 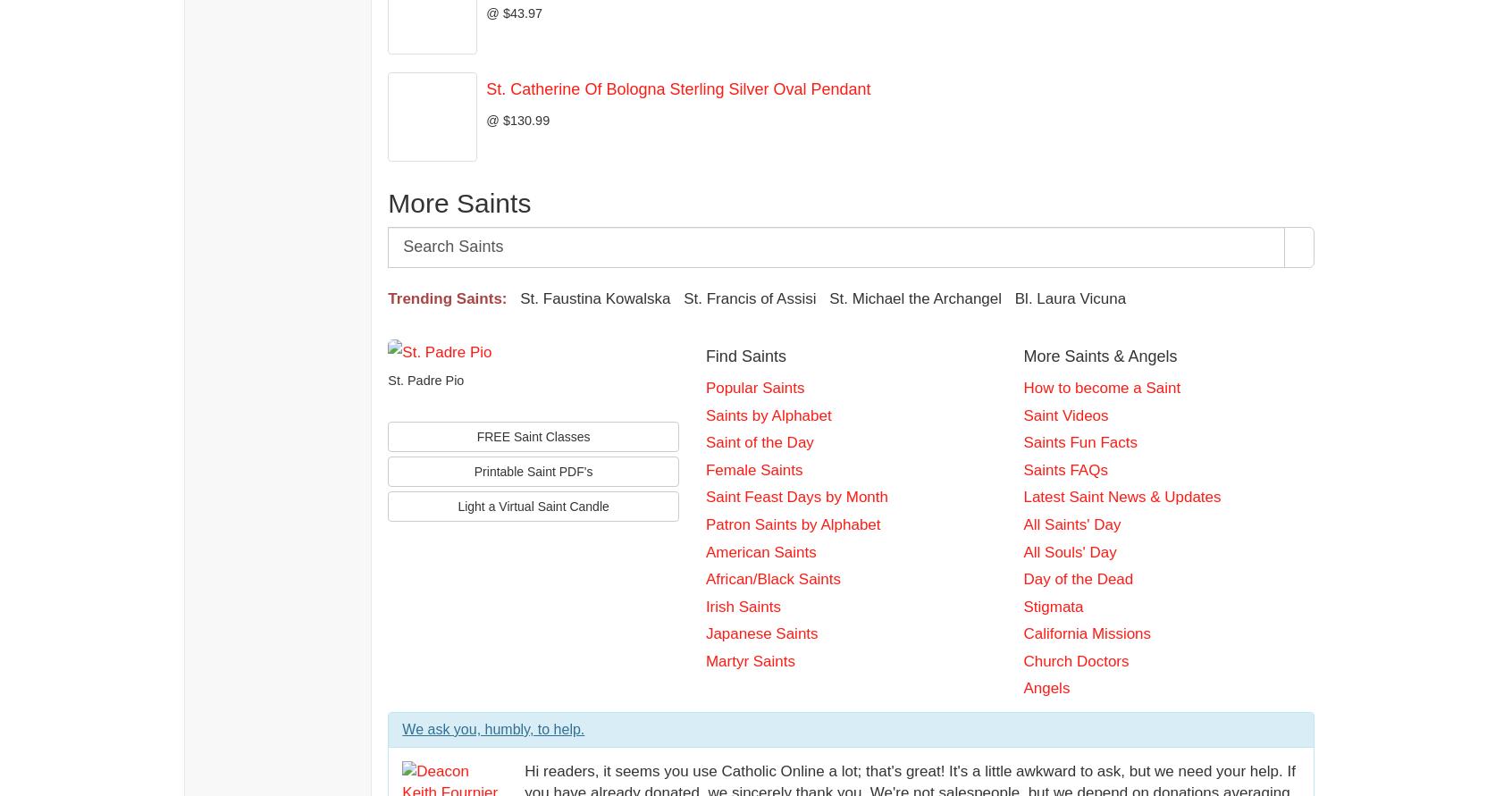 I want to click on 'We ask you, humbly, to help.', so click(x=492, y=728).